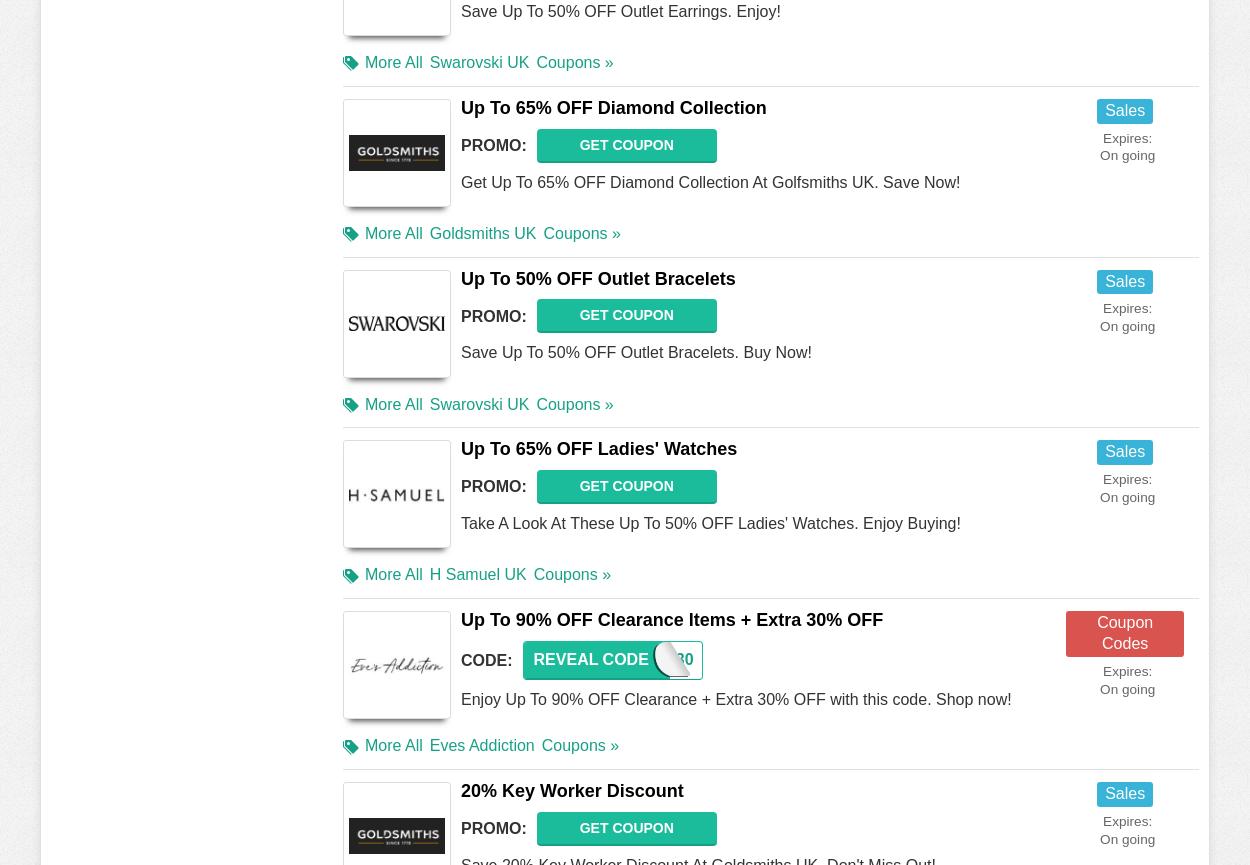 The height and width of the screenshot is (865, 1250). What do you see at coordinates (672, 620) in the screenshot?
I see `'Up To 90% OFF Clearance Items + Extra 30% OFF'` at bounding box center [672, 620].